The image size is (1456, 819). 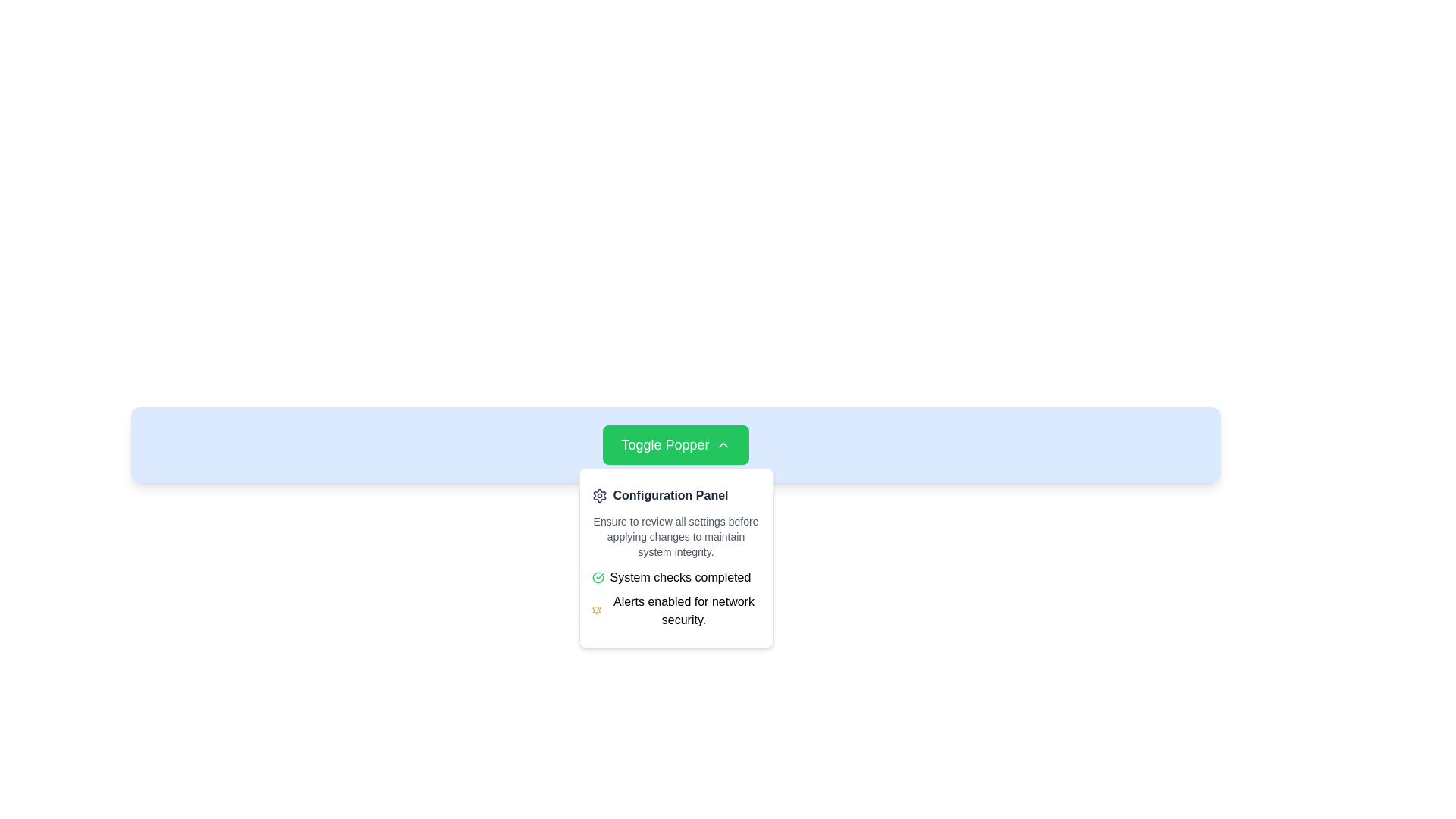 What do you see at coordinates (597, 578) in the screenshot?
I see `the circular green icon with a check mark located at the start of the text 'System checks completed' in the popup` at bounding box center [597, 578].